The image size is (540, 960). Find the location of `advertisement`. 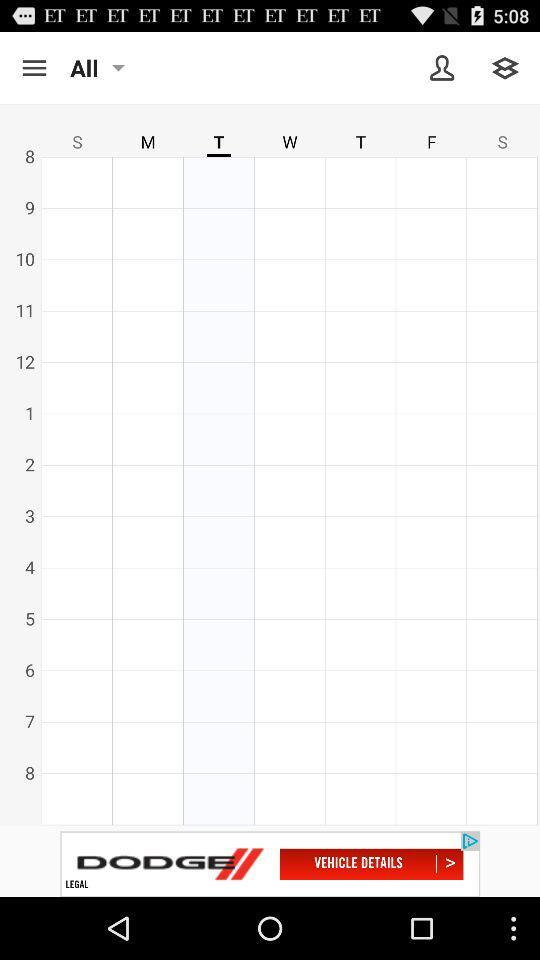

advertisement is located at coordinates (270, 863).